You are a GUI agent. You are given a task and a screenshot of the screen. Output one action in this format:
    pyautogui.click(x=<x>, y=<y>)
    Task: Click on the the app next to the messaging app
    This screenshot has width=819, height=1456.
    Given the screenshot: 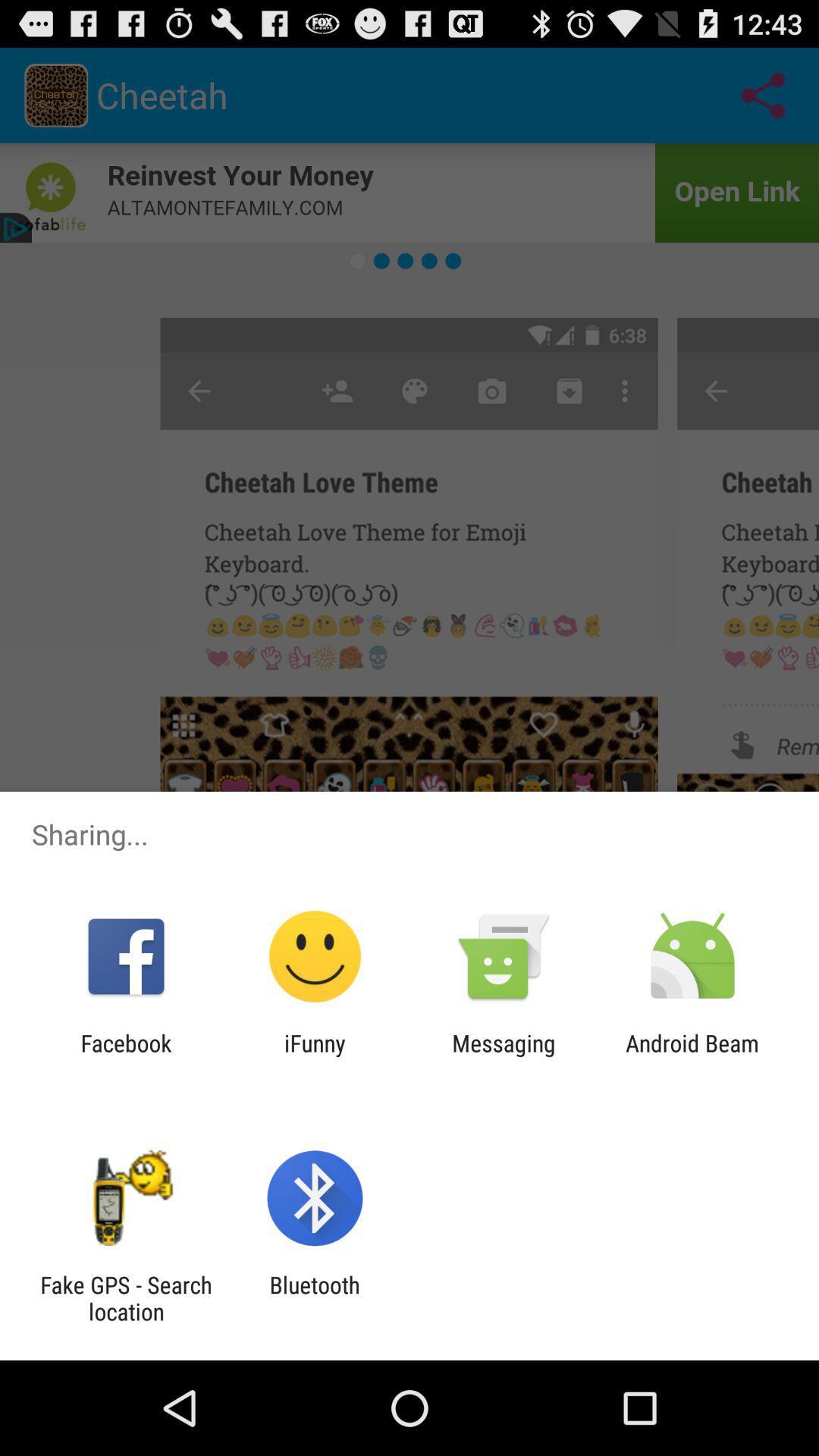 What is the action you would take?
    pyautogui.click(x=692, y=1056)
    